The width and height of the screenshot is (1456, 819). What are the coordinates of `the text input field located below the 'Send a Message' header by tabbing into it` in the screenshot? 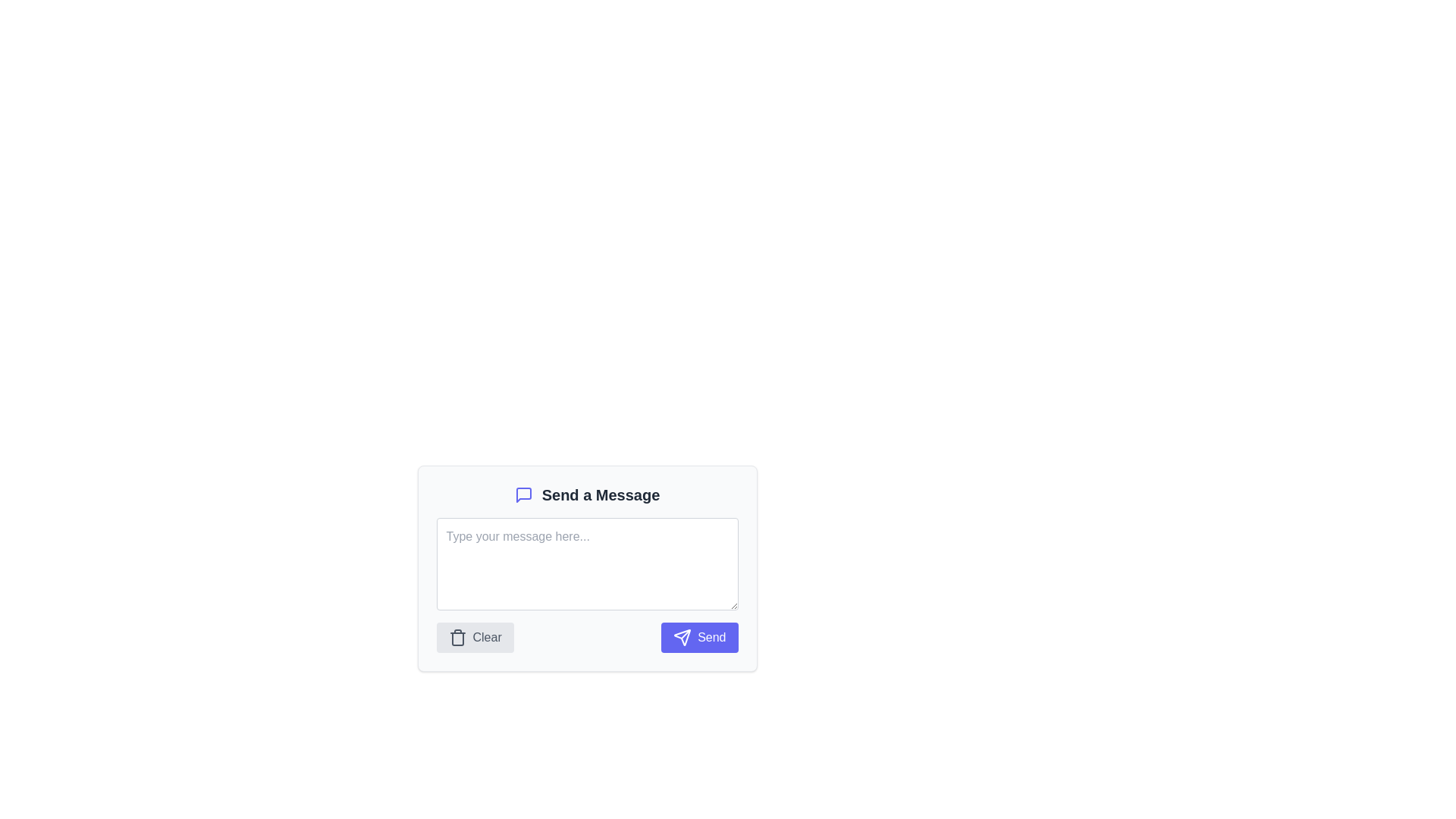 It's located at (586, 568).